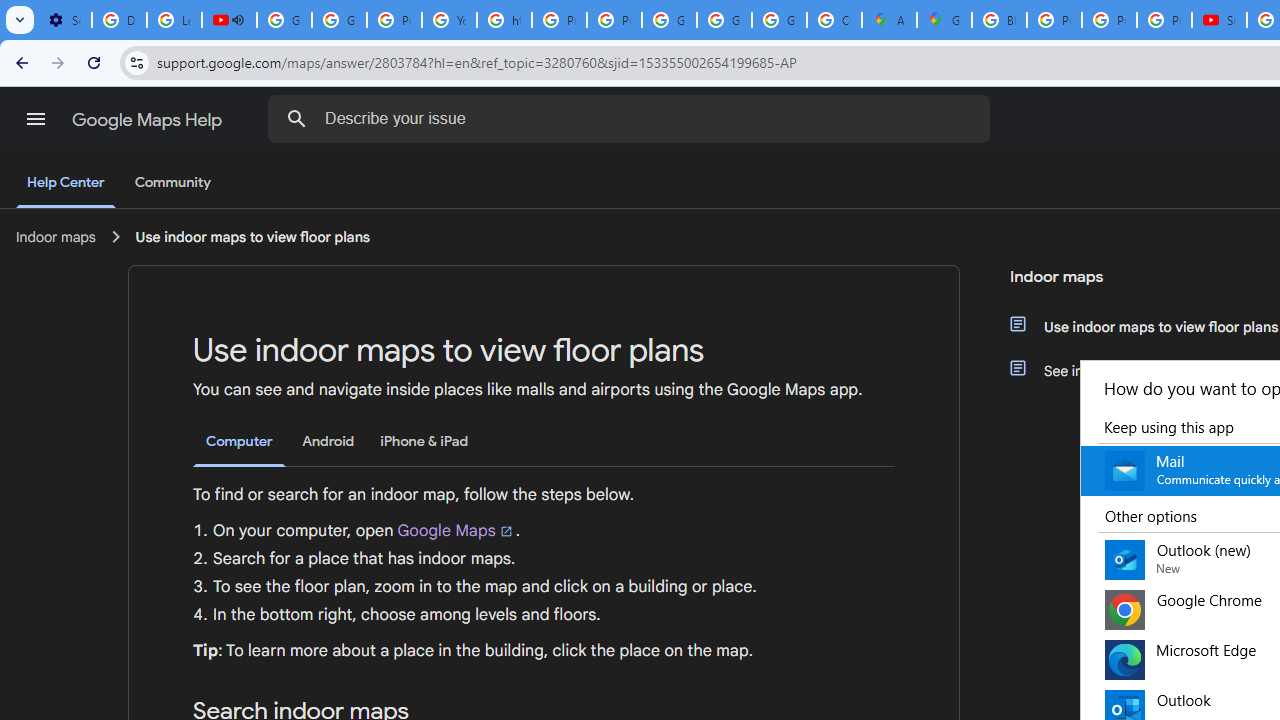 Image resolution: width=1280 pixels, height=720 pixels. Describe the element at coordinates (65, 183) in the screenshot. I see `'Help Center'` at that location.